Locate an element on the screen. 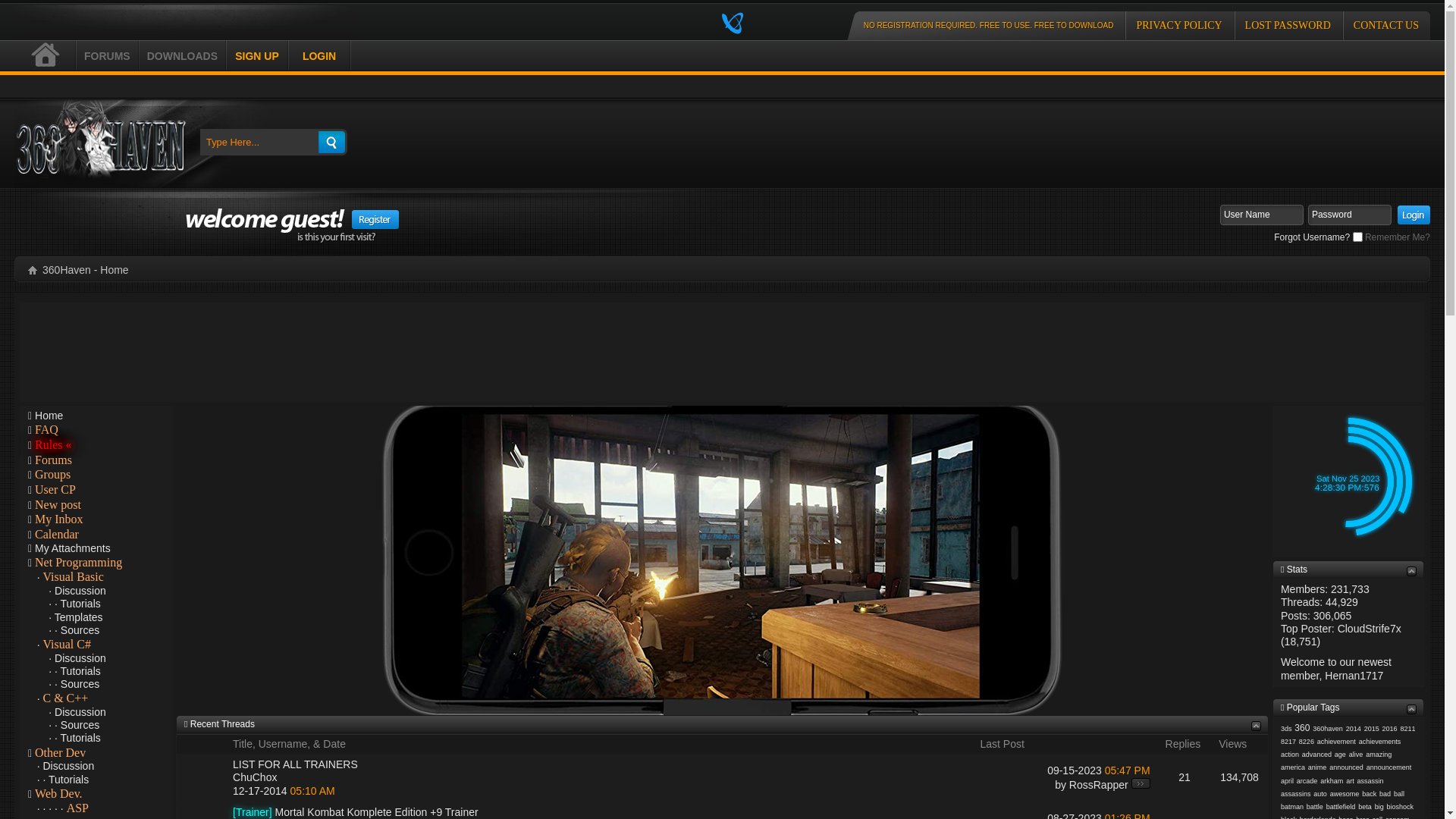 This screenshot has width=1456, height=819. 'achievements' is located at coordinates (1379, 741).